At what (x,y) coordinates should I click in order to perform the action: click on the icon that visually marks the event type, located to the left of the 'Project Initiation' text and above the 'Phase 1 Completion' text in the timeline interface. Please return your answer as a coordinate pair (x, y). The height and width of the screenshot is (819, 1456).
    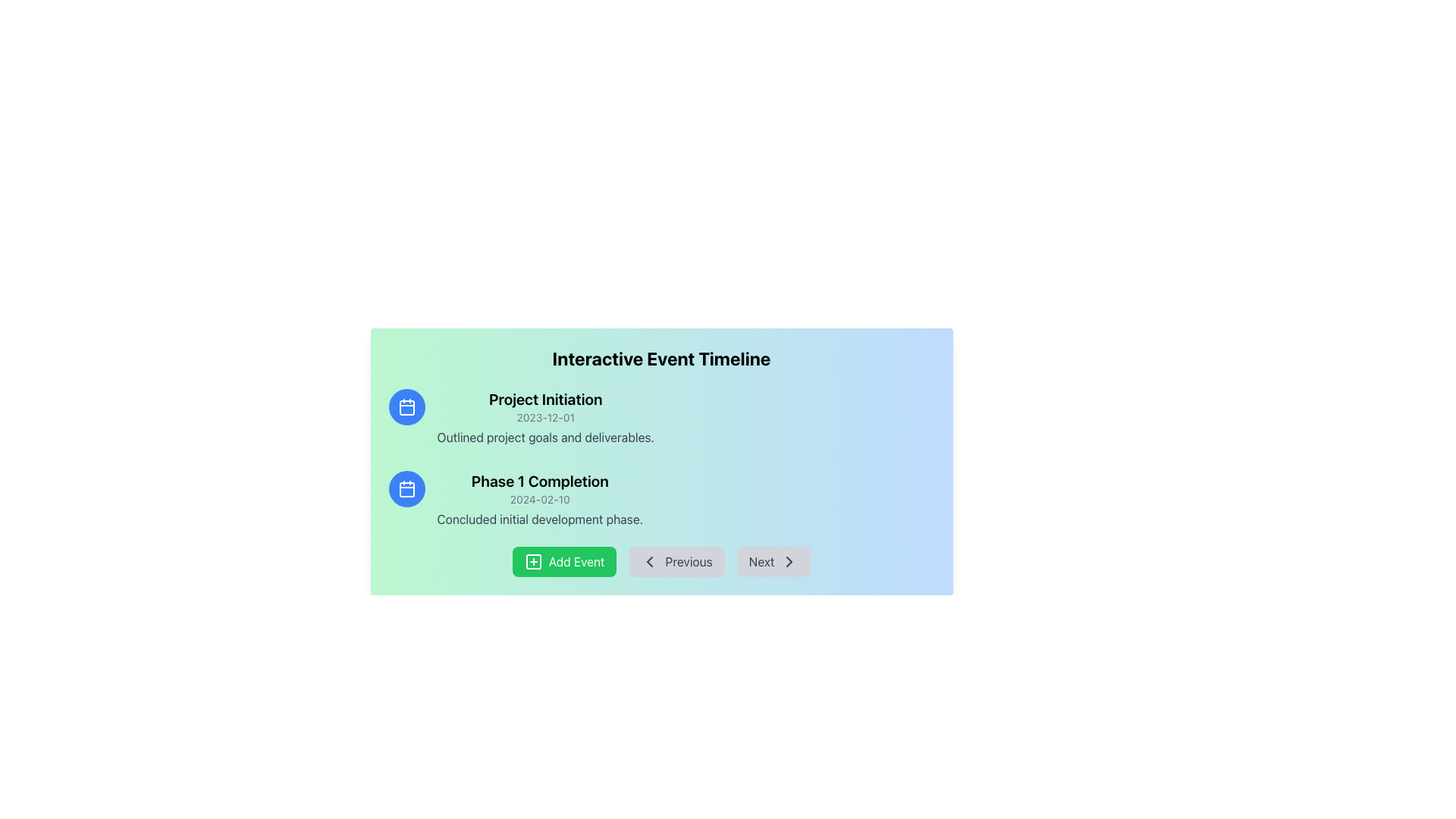
    Looking at the image, I should click on (406, 406).